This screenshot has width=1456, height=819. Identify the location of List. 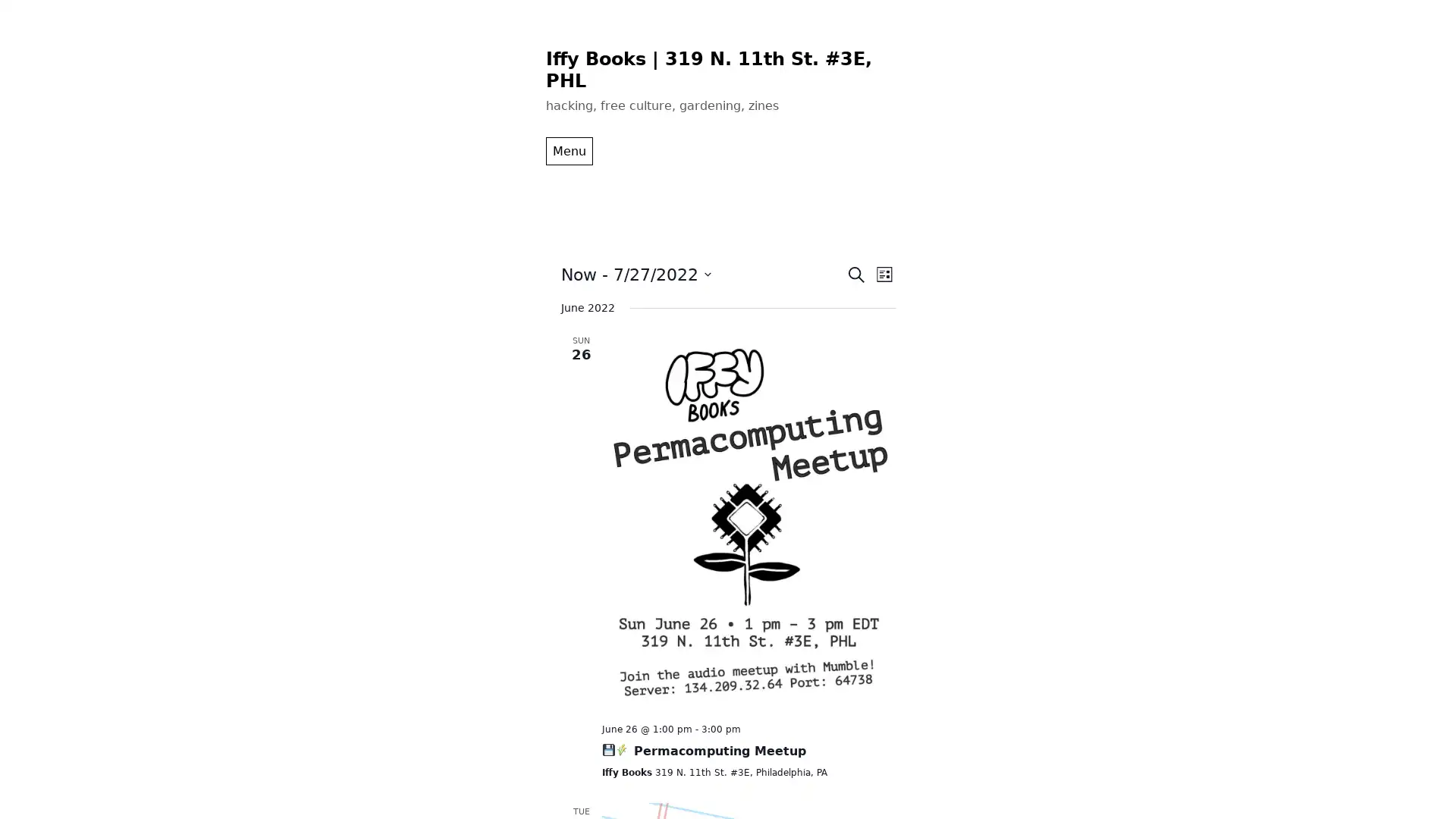
(883, 274).